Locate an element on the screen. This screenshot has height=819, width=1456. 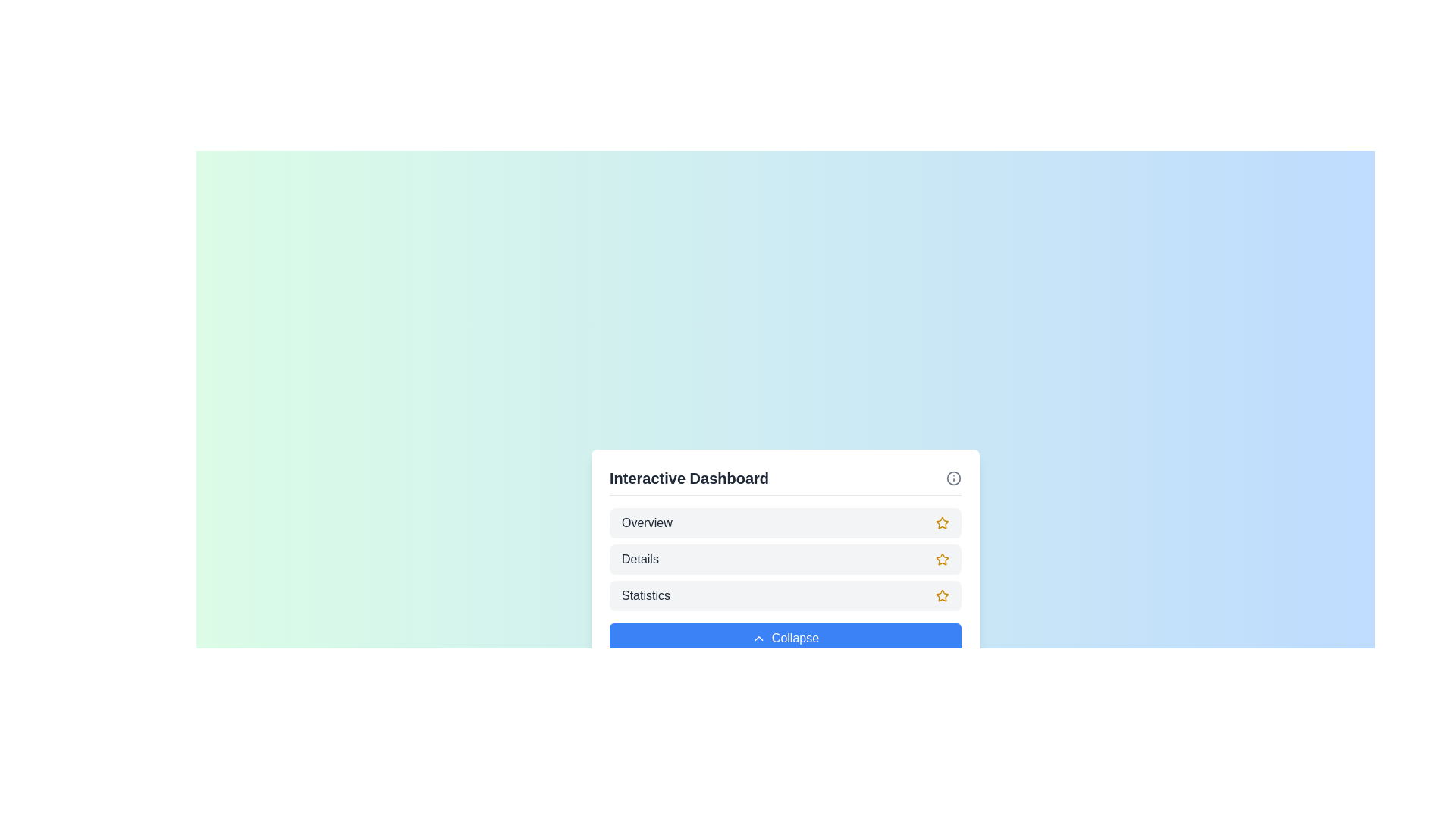
the 'Collapse' button with a blue background and white text that is located at the bottom of the 'Interactive Dashboard' widget is located at coordinates (786, 637).